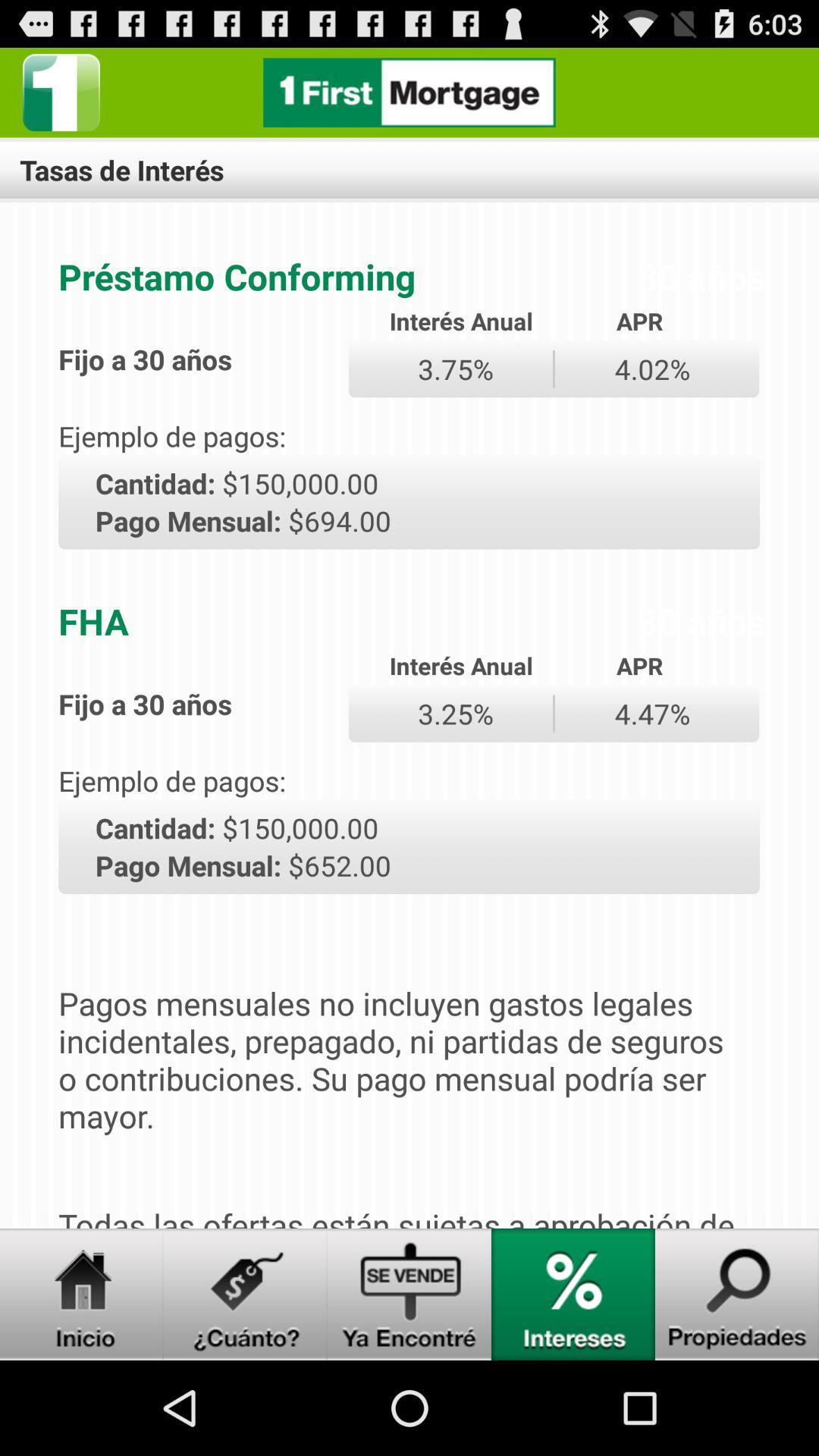 Image resolution: width=819 pixels, height=1456 pixels. Describe the element at coordinates (61, 92) in the screenshot. I see `company logo` at that location.